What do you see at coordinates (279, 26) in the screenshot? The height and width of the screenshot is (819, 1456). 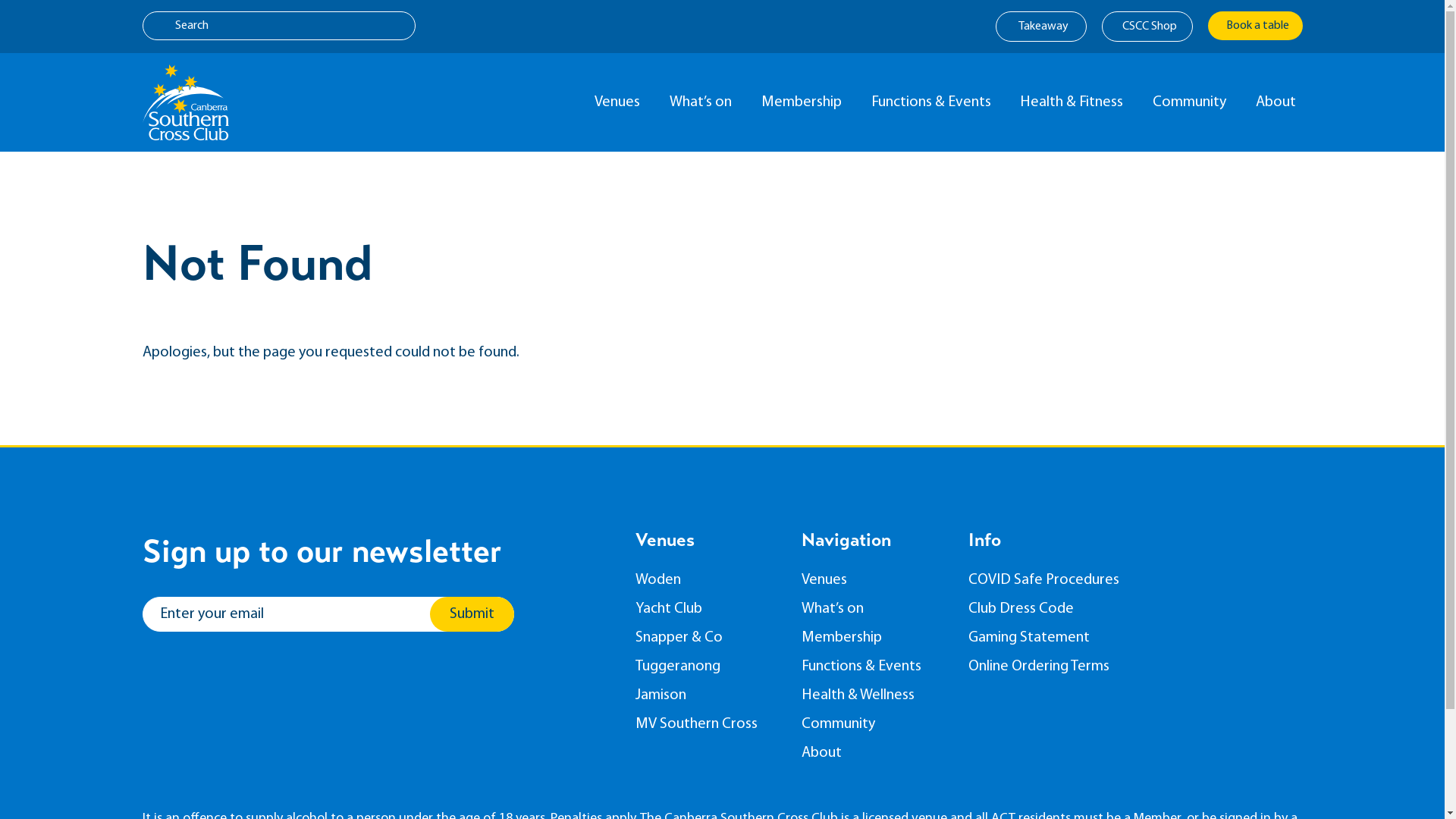 I see `'Search'` at bounding box center [279, 26].